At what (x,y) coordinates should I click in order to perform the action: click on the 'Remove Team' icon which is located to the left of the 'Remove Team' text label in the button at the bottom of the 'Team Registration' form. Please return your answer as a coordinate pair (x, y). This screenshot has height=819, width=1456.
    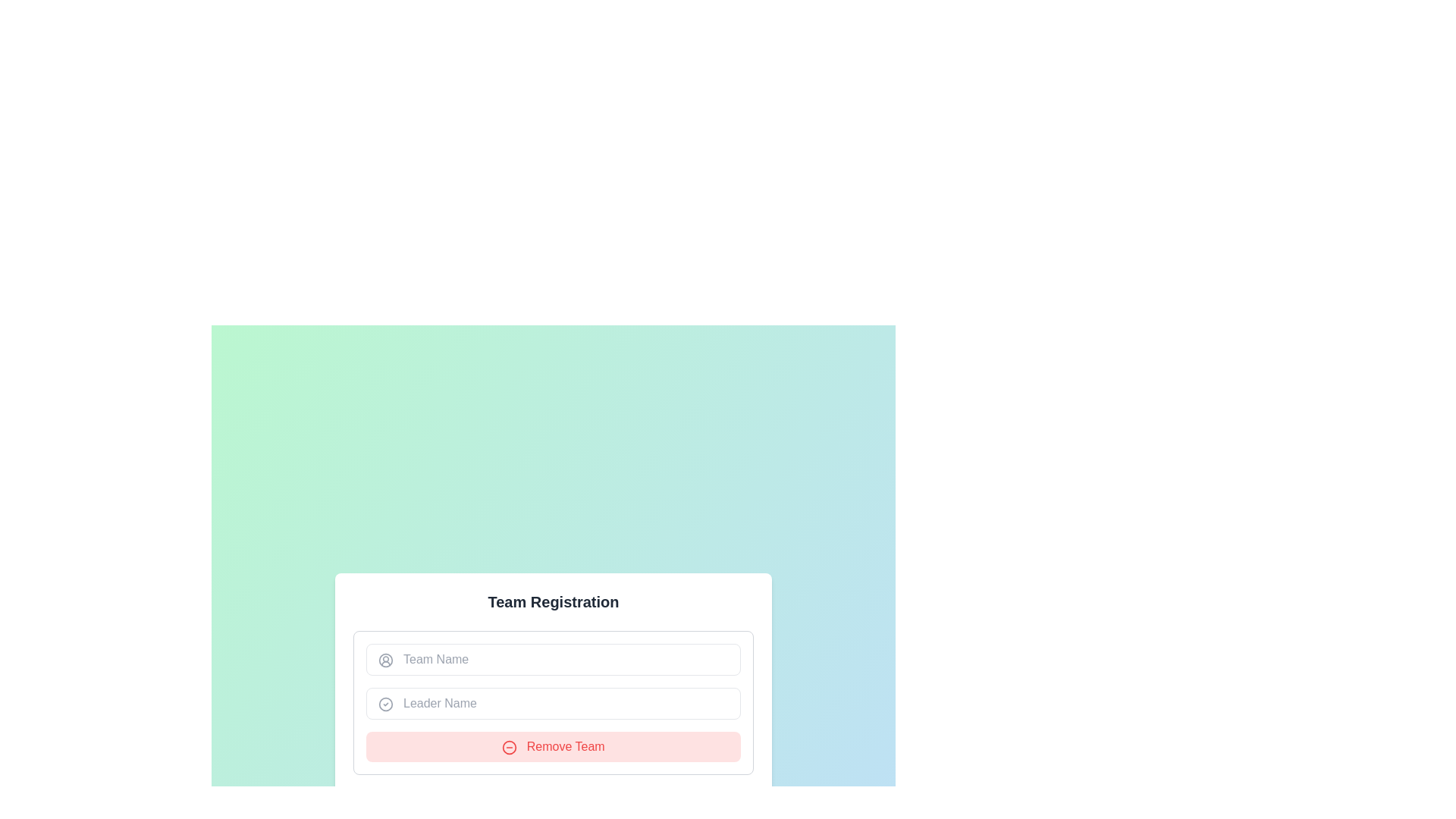
    Looking at the image, I should click on (510, 746).